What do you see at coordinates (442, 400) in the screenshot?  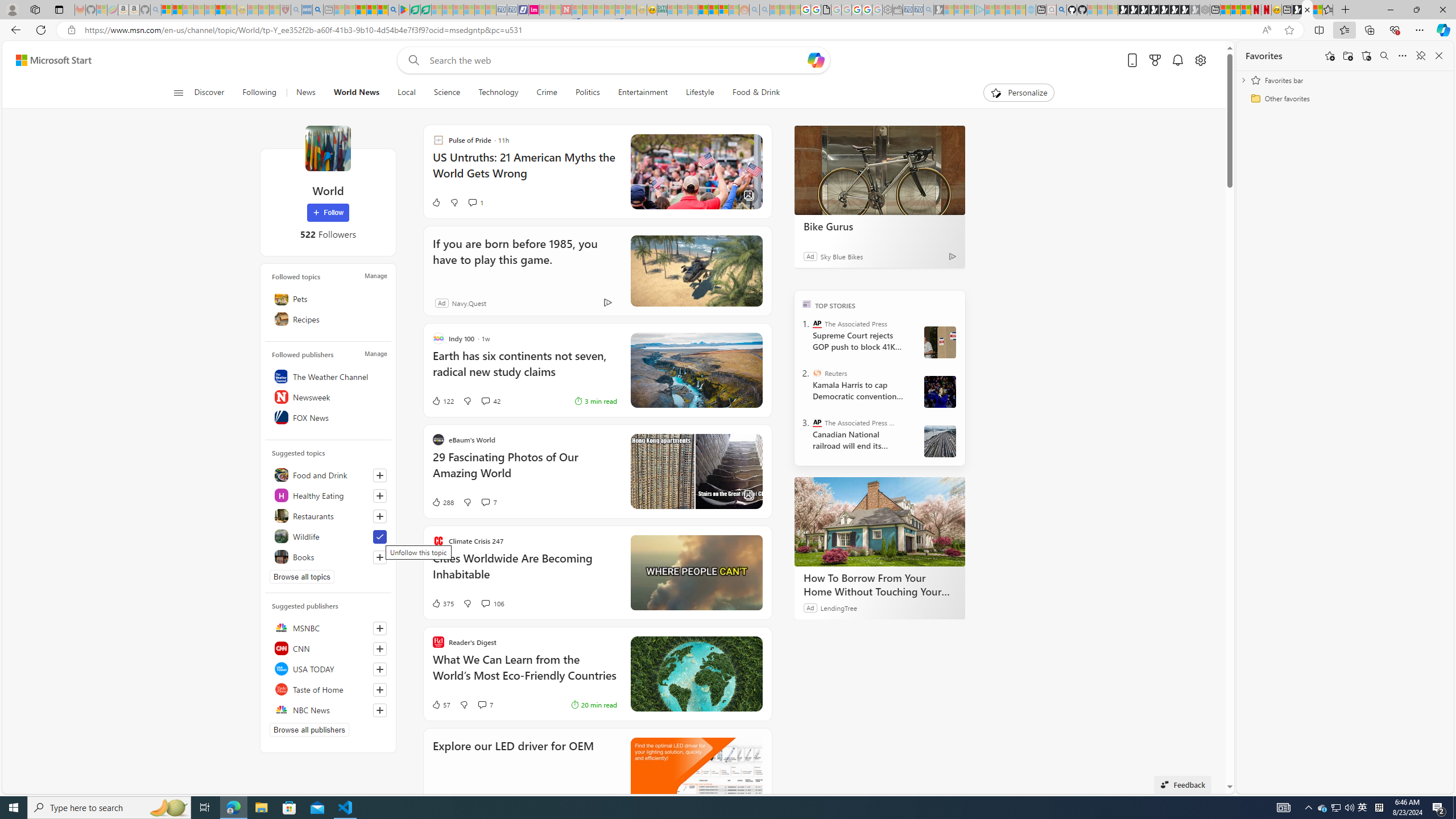 I see `'122 Like'` at bounding box center [442, 400].